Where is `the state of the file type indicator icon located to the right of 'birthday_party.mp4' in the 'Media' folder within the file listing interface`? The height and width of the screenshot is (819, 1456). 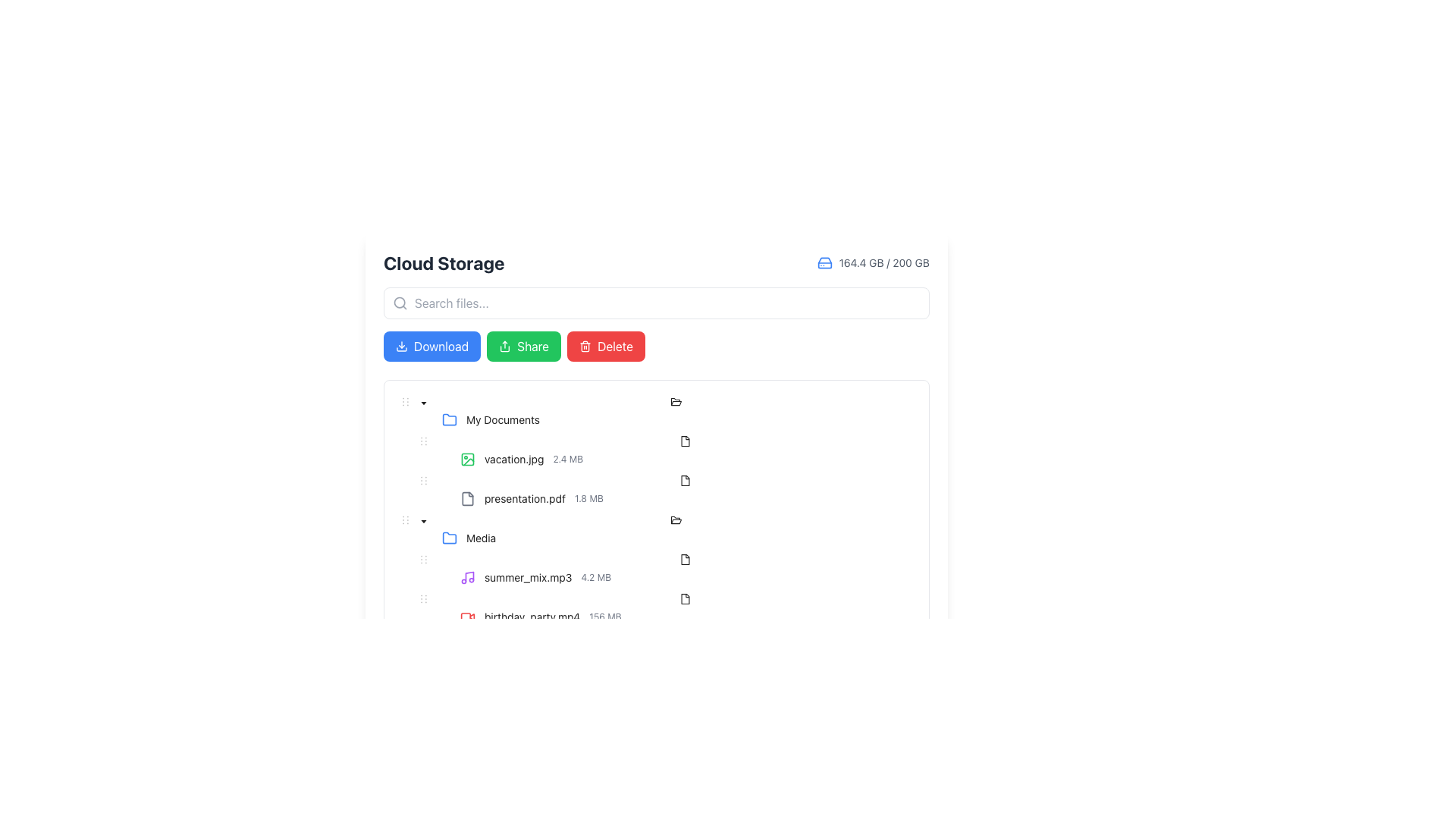
the state of the file type indicator icon located to the right of 'birthday_party.mp4' in the 'Media' folder within the file listing interface is located at coordinates (684, 559).